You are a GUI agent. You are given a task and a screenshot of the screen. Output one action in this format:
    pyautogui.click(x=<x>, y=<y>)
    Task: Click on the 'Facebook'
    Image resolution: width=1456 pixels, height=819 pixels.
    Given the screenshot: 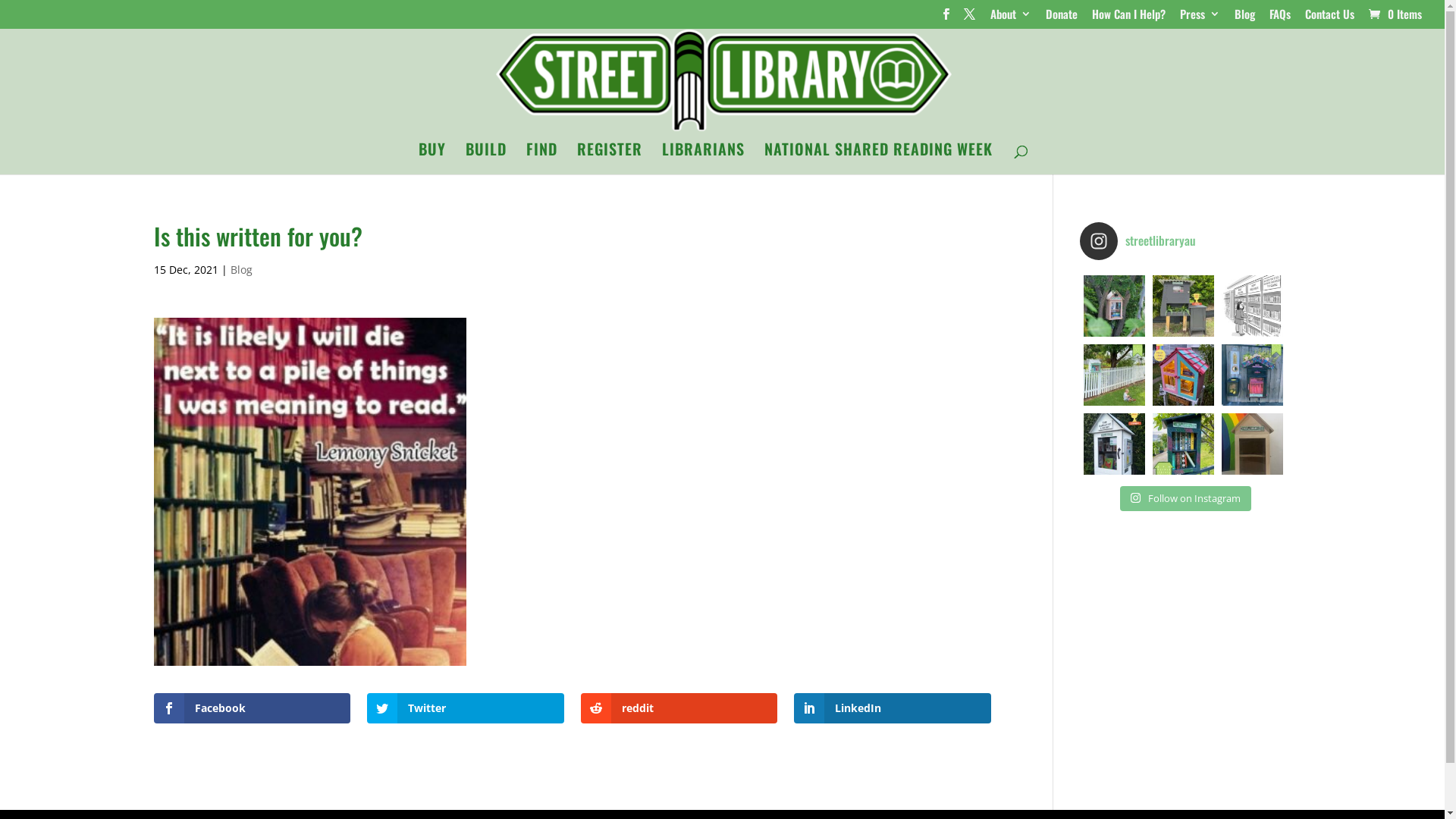 What is the action you would take?
    pyautogui.click(x=251, y=708)
    